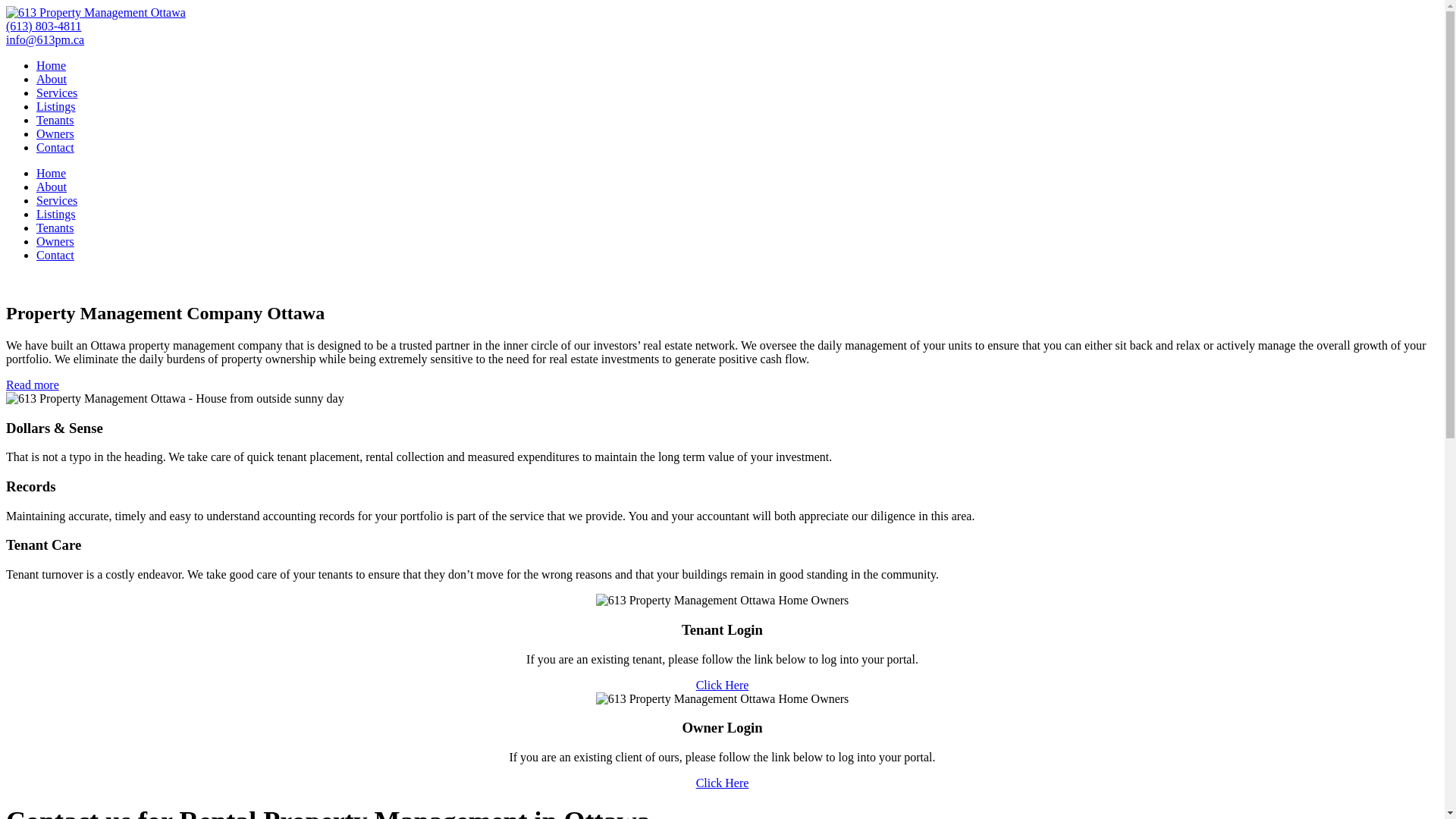  What do you see at coordinates (51, 79) in the screenshot?
I see `'About'` at bounding box center [51, 79].